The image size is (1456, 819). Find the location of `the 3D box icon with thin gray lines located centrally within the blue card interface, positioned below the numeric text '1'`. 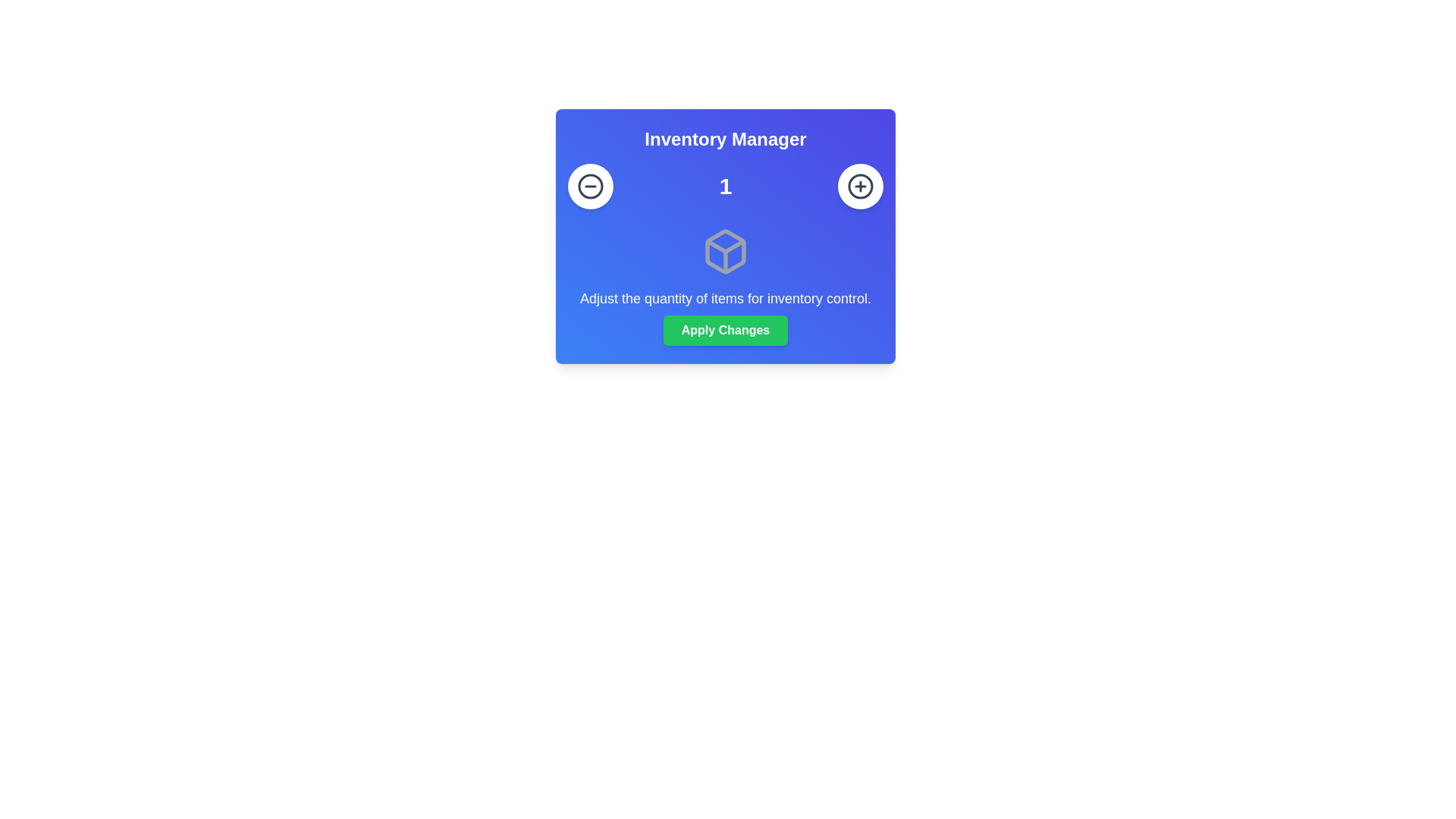

the 3D box icon with thin gray lines located centrally within the blue card interface, positioned below the numeric text '1' is located at coordinates (724, 250).